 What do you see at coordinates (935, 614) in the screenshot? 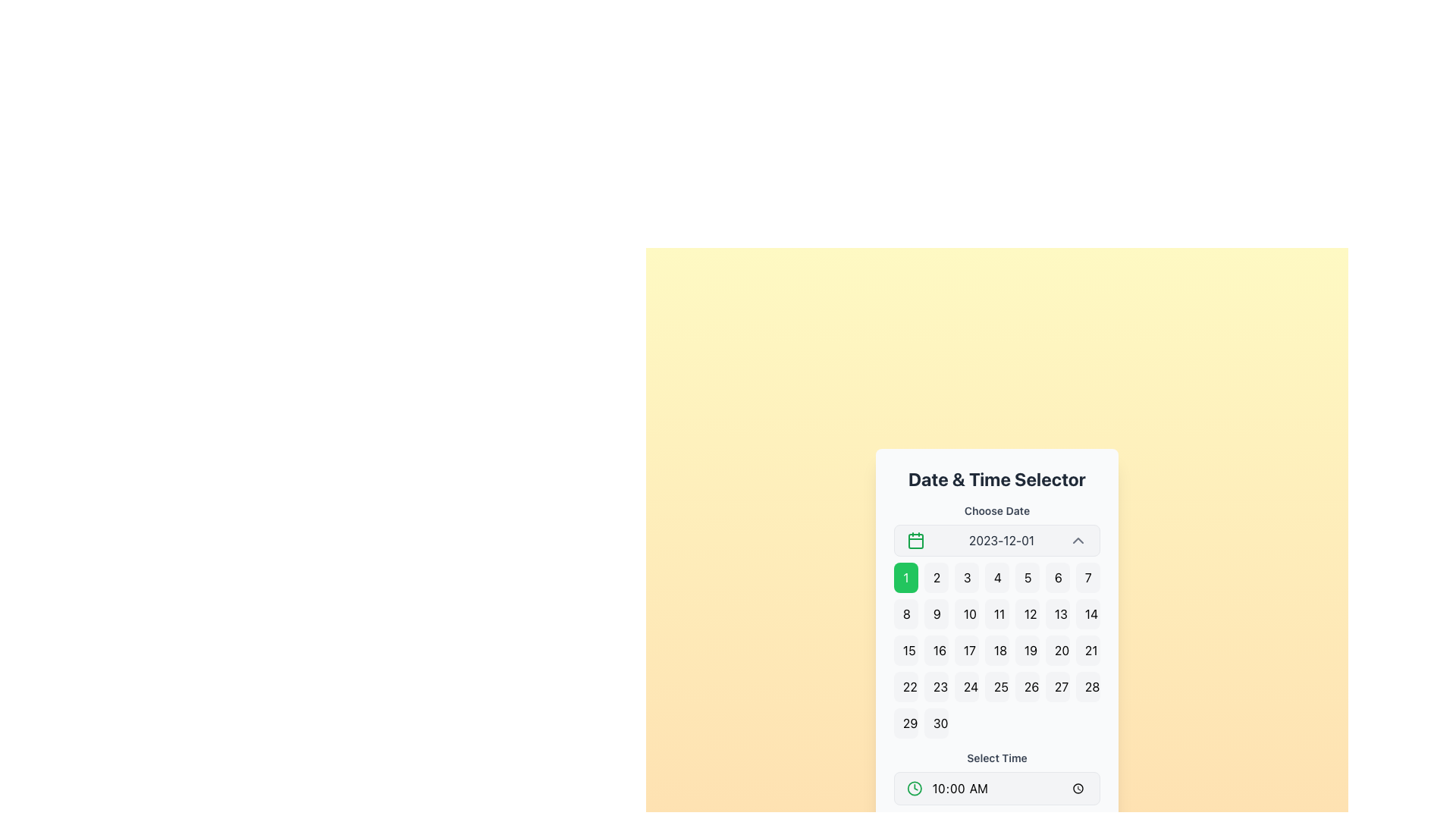
I see `the selectable date button in the date picker calendar, which is the ninth item on the second row of the grid layout` at bounding box center [935, 614].